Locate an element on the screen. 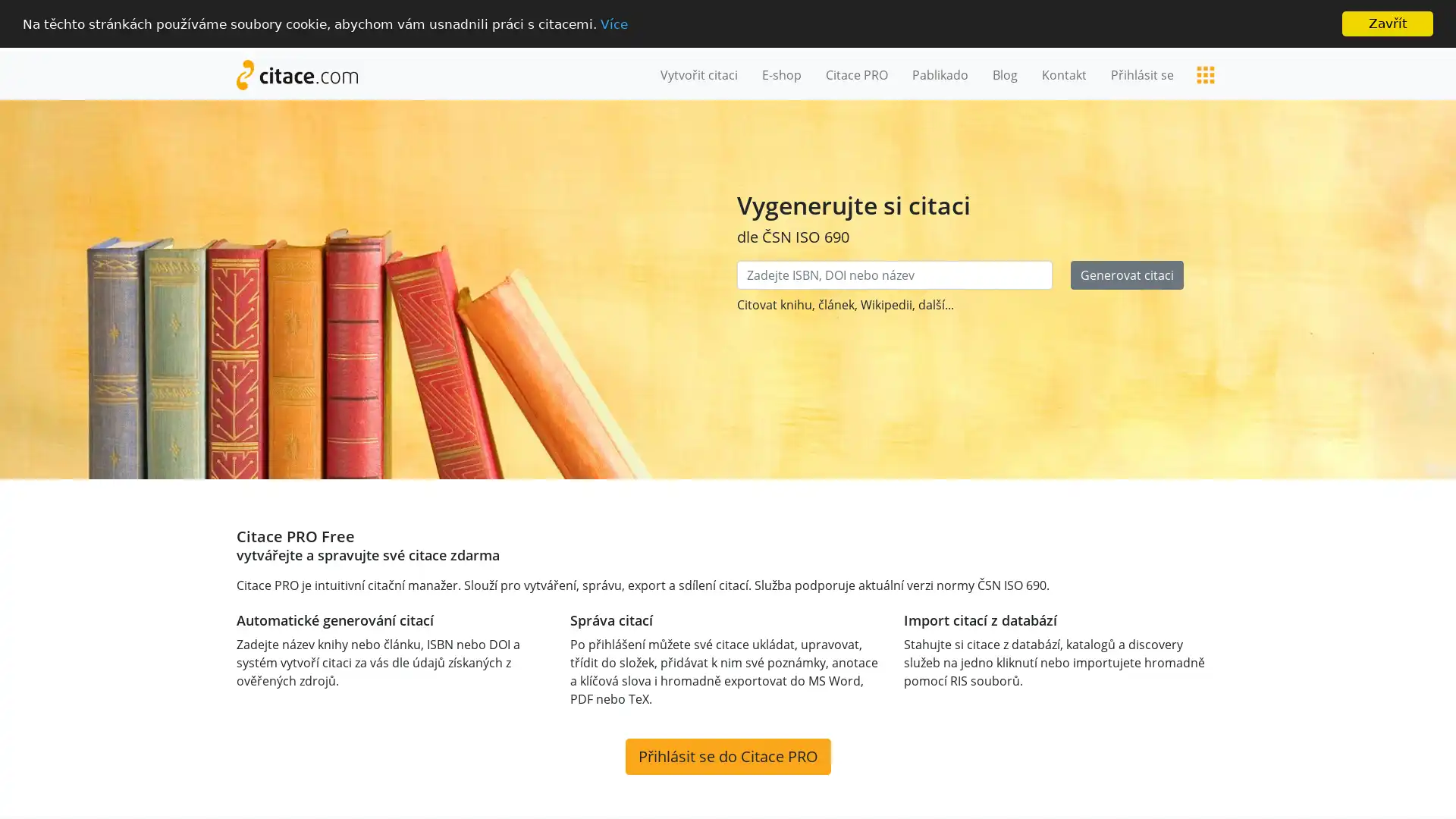 This screenshot has height=819, width=1456. Generovat citaci is located at coordinates (1127, 275).